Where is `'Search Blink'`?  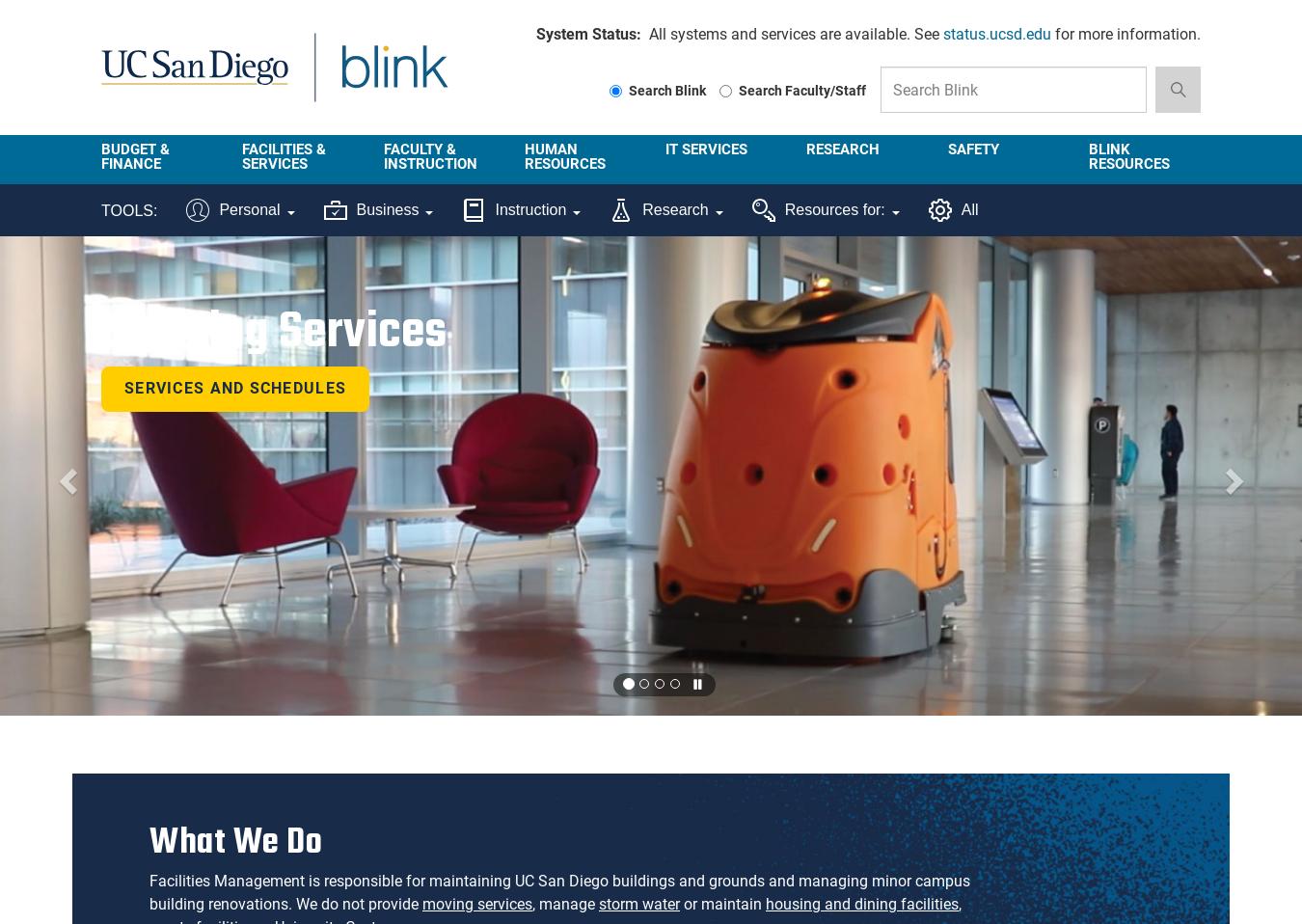
'Search Blink' is located at coordinates (627, 90).